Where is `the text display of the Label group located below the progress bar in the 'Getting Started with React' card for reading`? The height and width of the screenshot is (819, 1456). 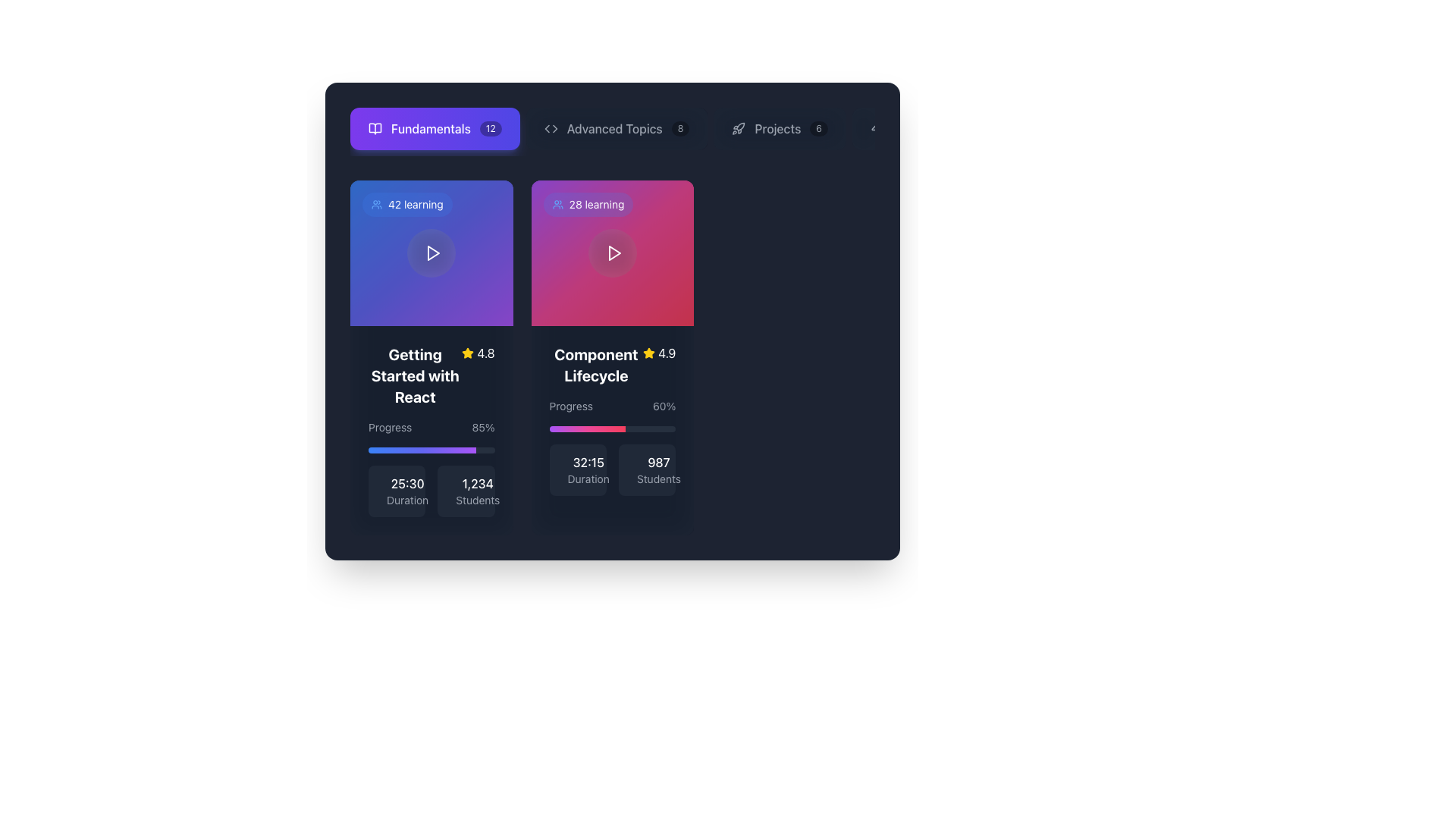
the text display of the Label group located below the progress bar in the 'Getting Started with React' card for reading is located at coordinates (431, 491).